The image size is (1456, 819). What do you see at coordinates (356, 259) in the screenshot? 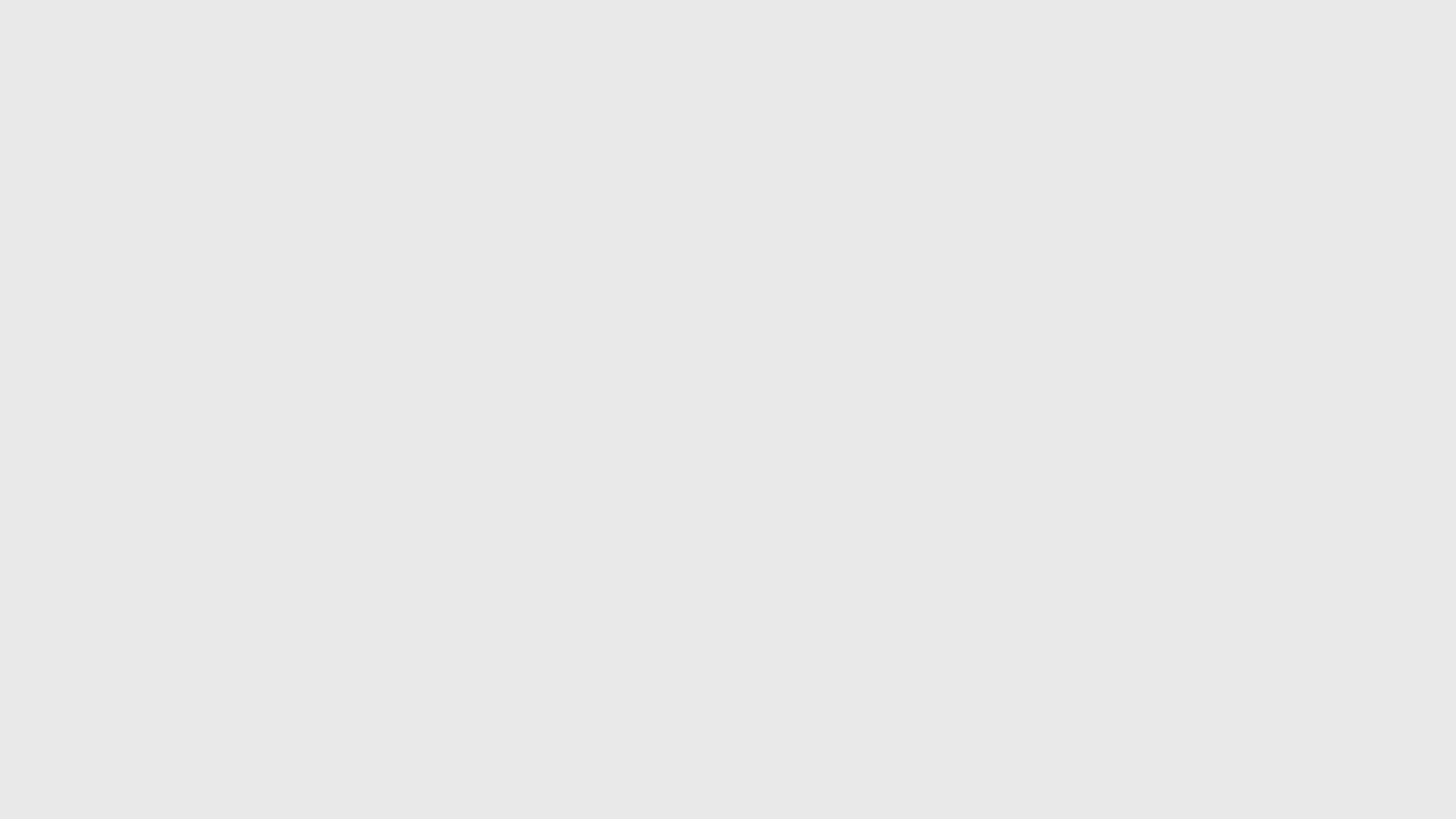
I see `Links` at bounding box center [356, 259].